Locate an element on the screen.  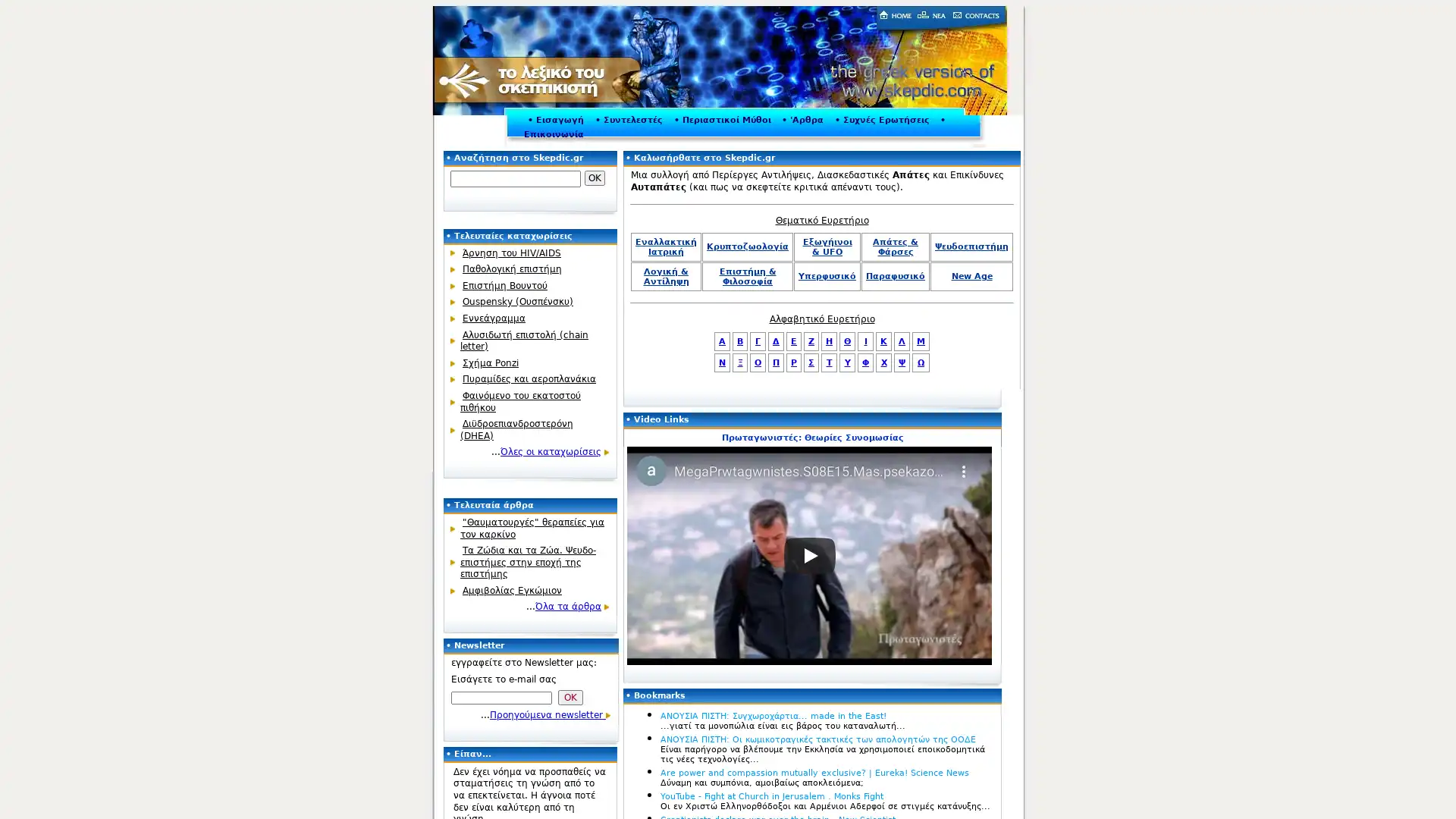
OK is located at coordinates (594, 177).